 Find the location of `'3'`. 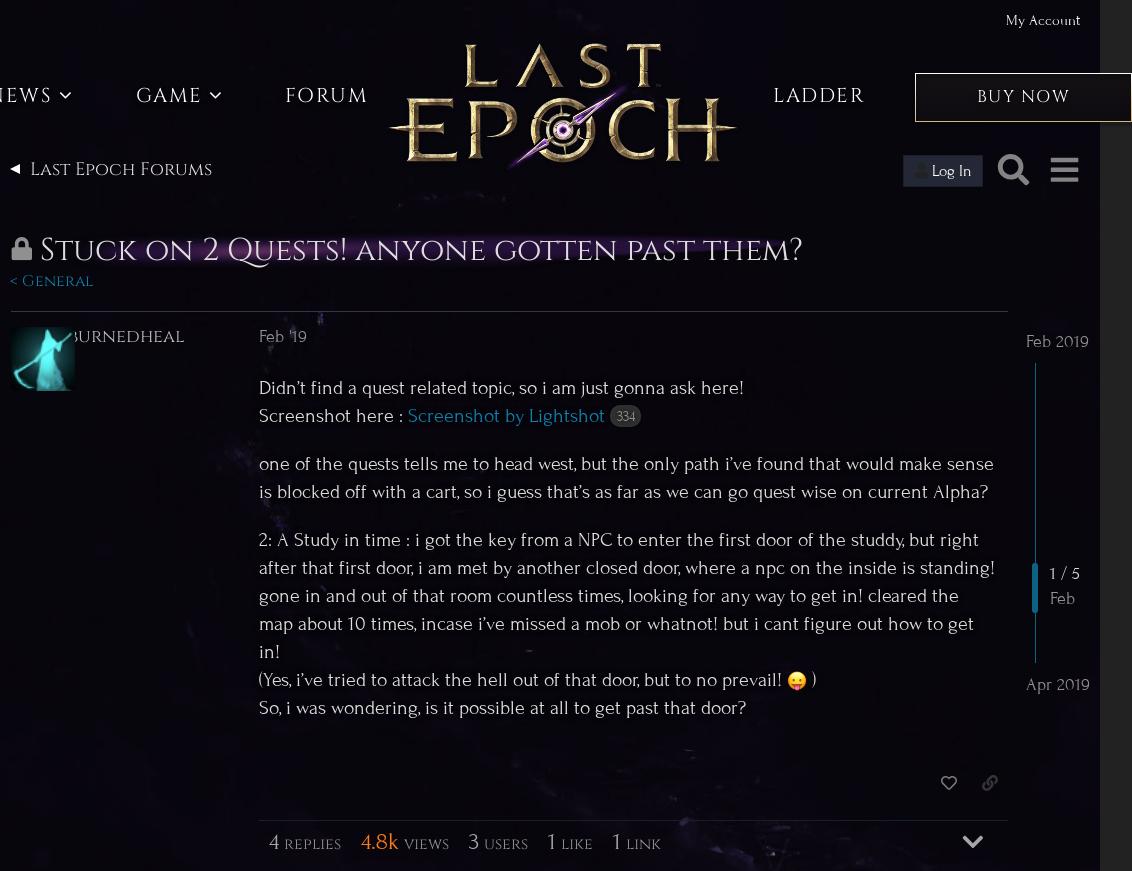

'3' is located at coordinates (472, 840).